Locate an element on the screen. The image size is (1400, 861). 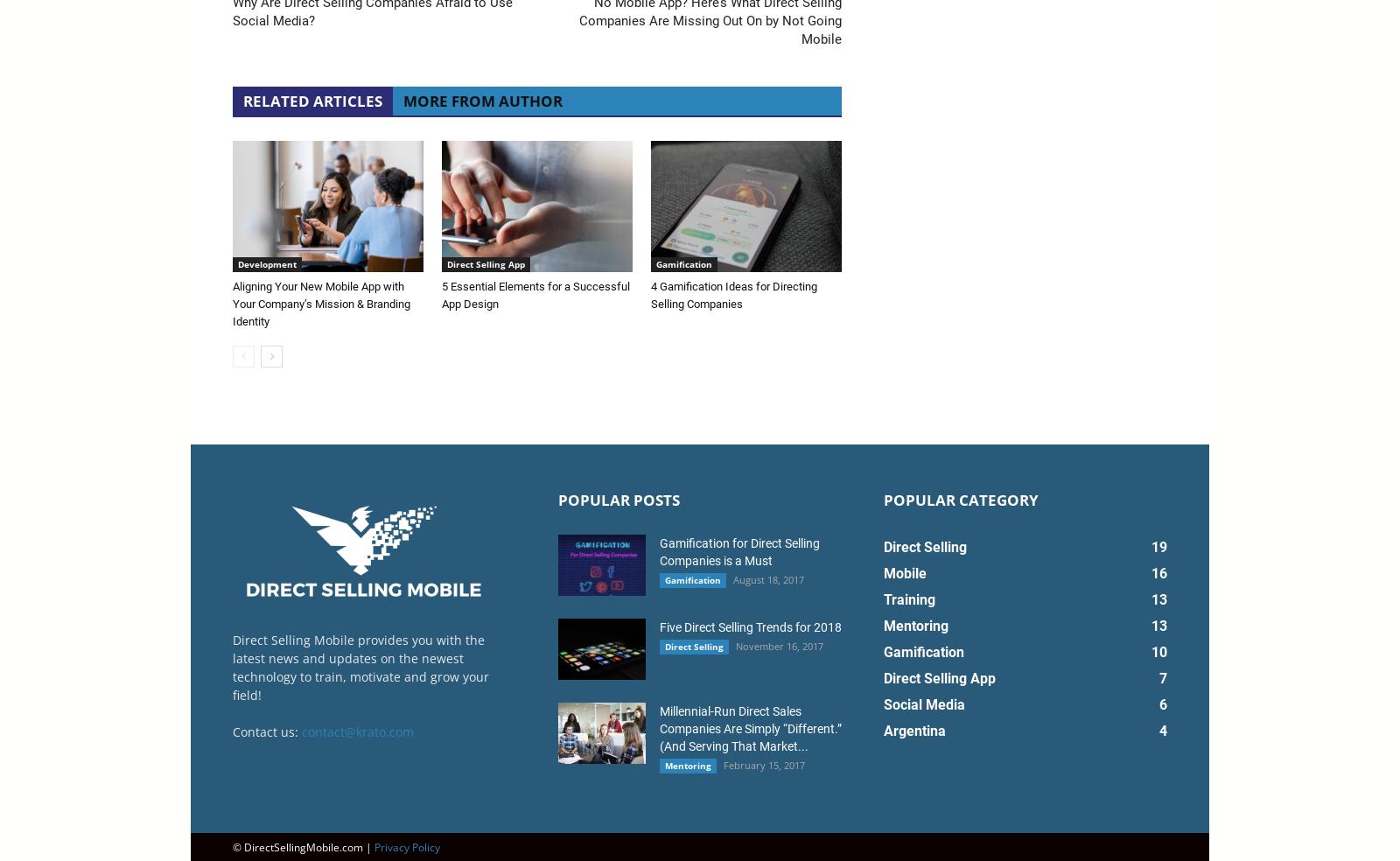
'Contact us:' is located at coordinates (267, 730).